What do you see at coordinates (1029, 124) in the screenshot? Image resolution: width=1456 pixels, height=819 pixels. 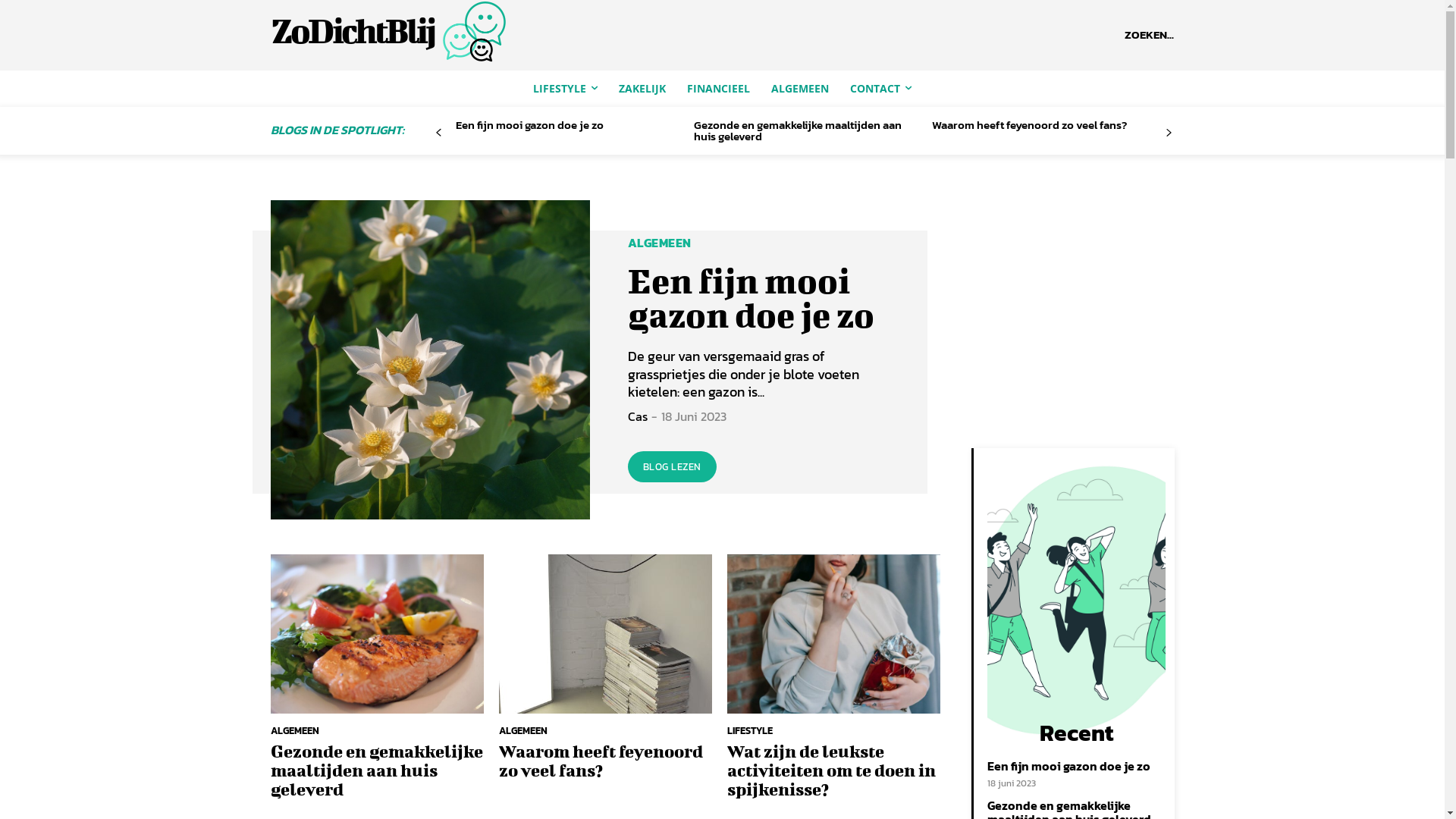 I see `'Waarom heeft feyenoord zo veel fans?'` at bounding box center [1029, 124].